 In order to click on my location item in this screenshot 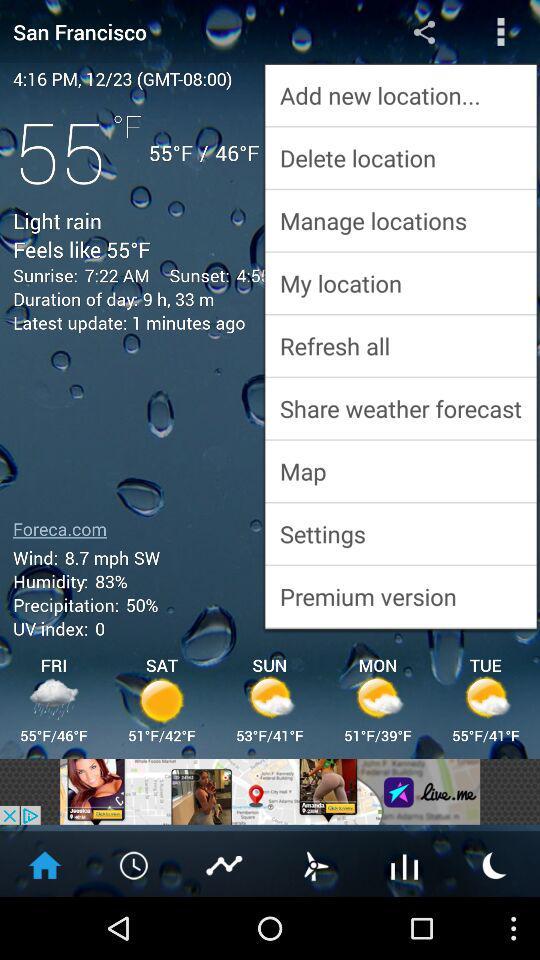, I will do `click(400, 282)`.